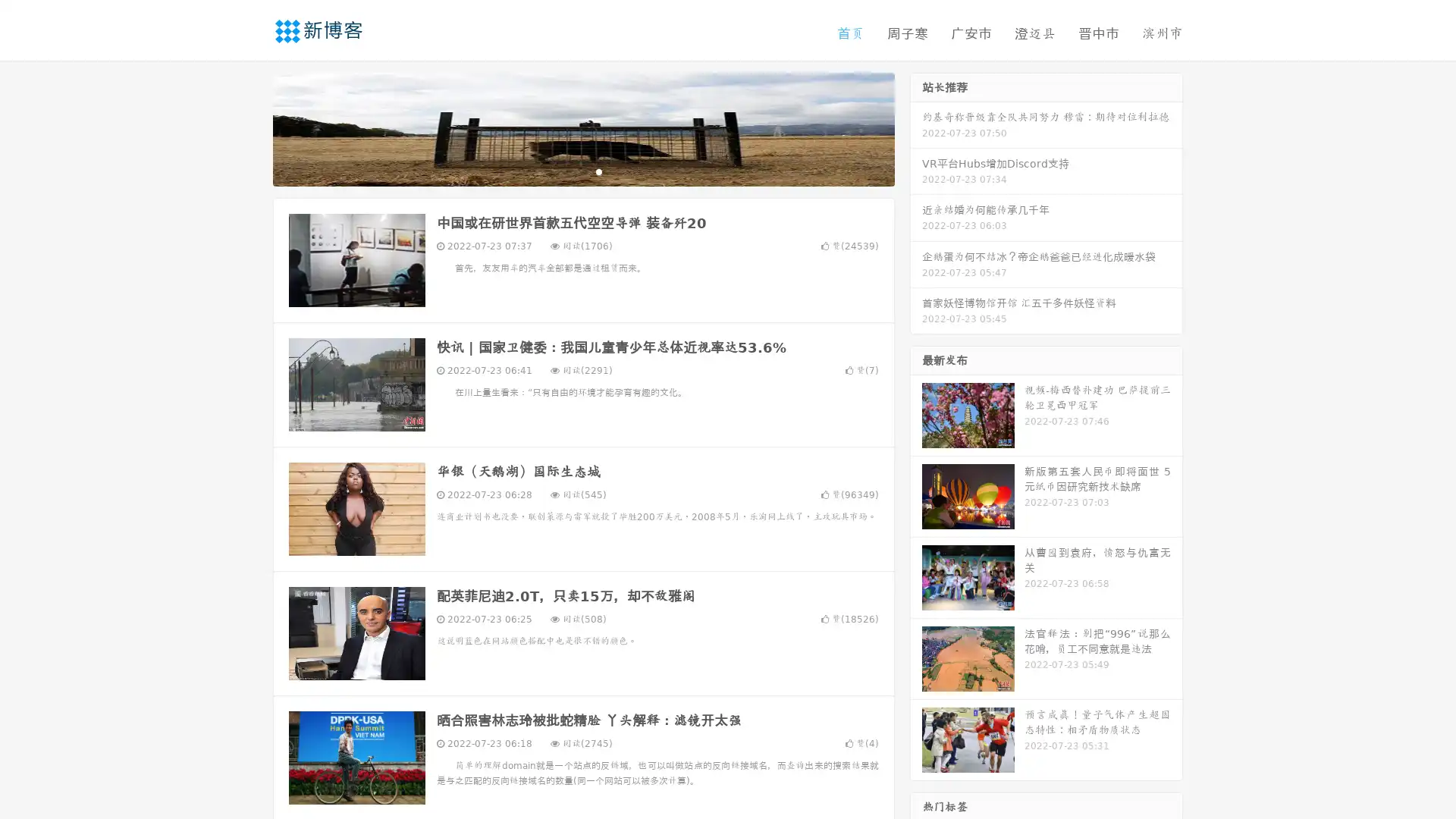 The height and width of the screenshot is (819, 1456). What do you see at coordinates (567, 171) in the screenshot?
I see `Go to slide 1` at bounding box center [567, 171].